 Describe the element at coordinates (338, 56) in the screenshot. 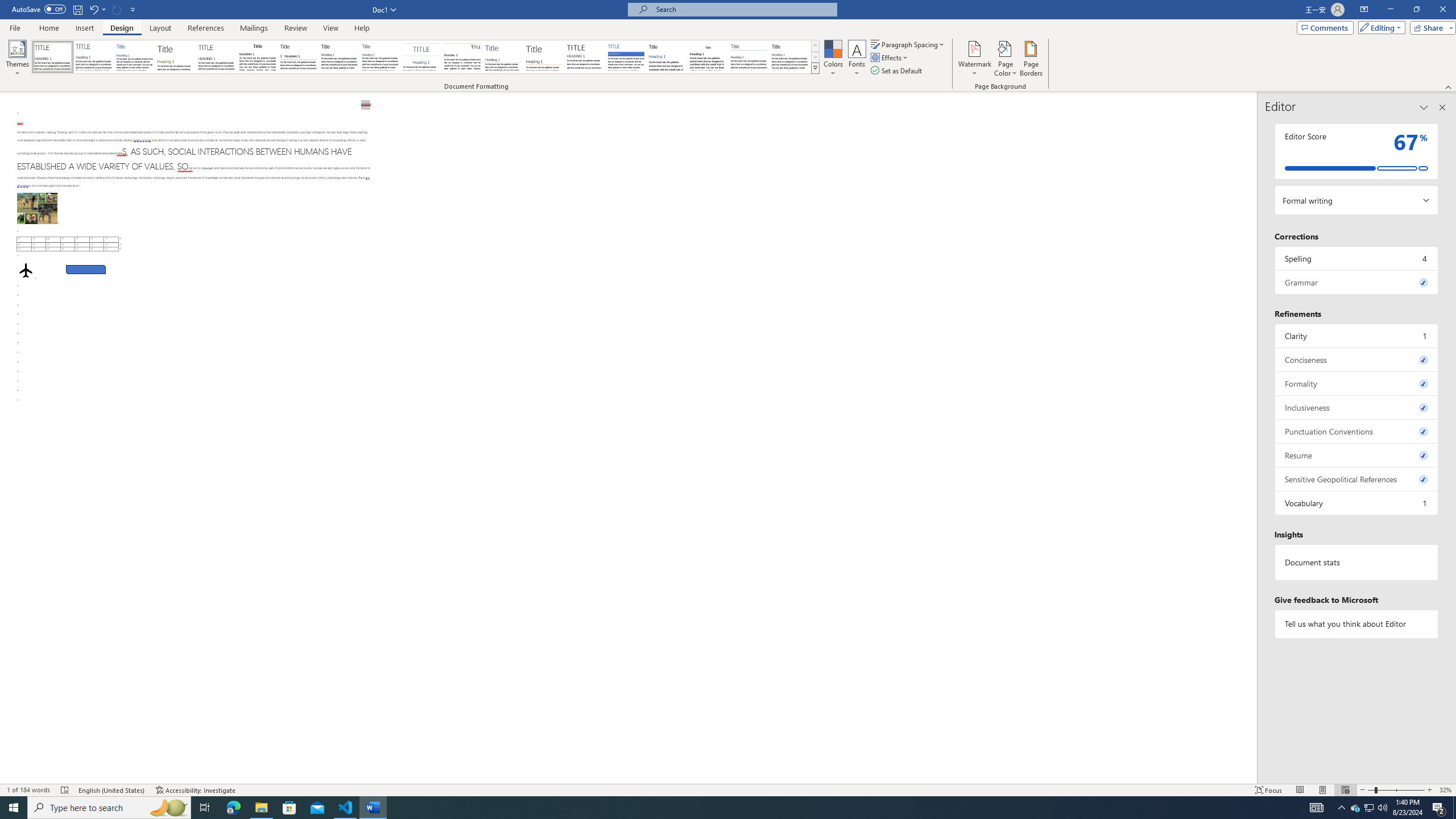

I see `'Black & White (Word 2013)'` at that location.